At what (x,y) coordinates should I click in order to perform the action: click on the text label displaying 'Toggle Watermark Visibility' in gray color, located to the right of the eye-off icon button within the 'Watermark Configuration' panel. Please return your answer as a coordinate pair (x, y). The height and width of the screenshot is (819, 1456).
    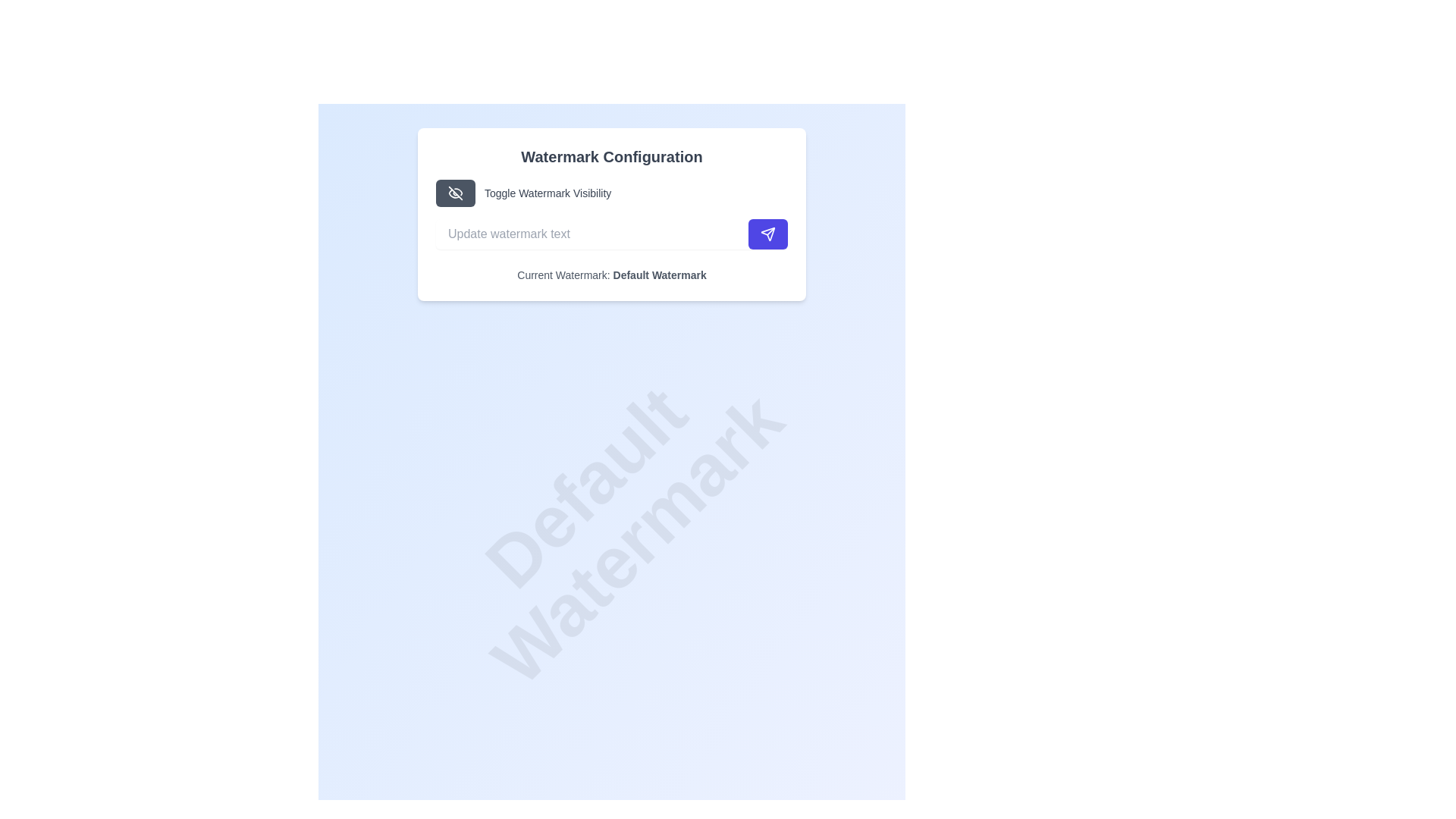
    Looking at the image, I should click on (547, 192).